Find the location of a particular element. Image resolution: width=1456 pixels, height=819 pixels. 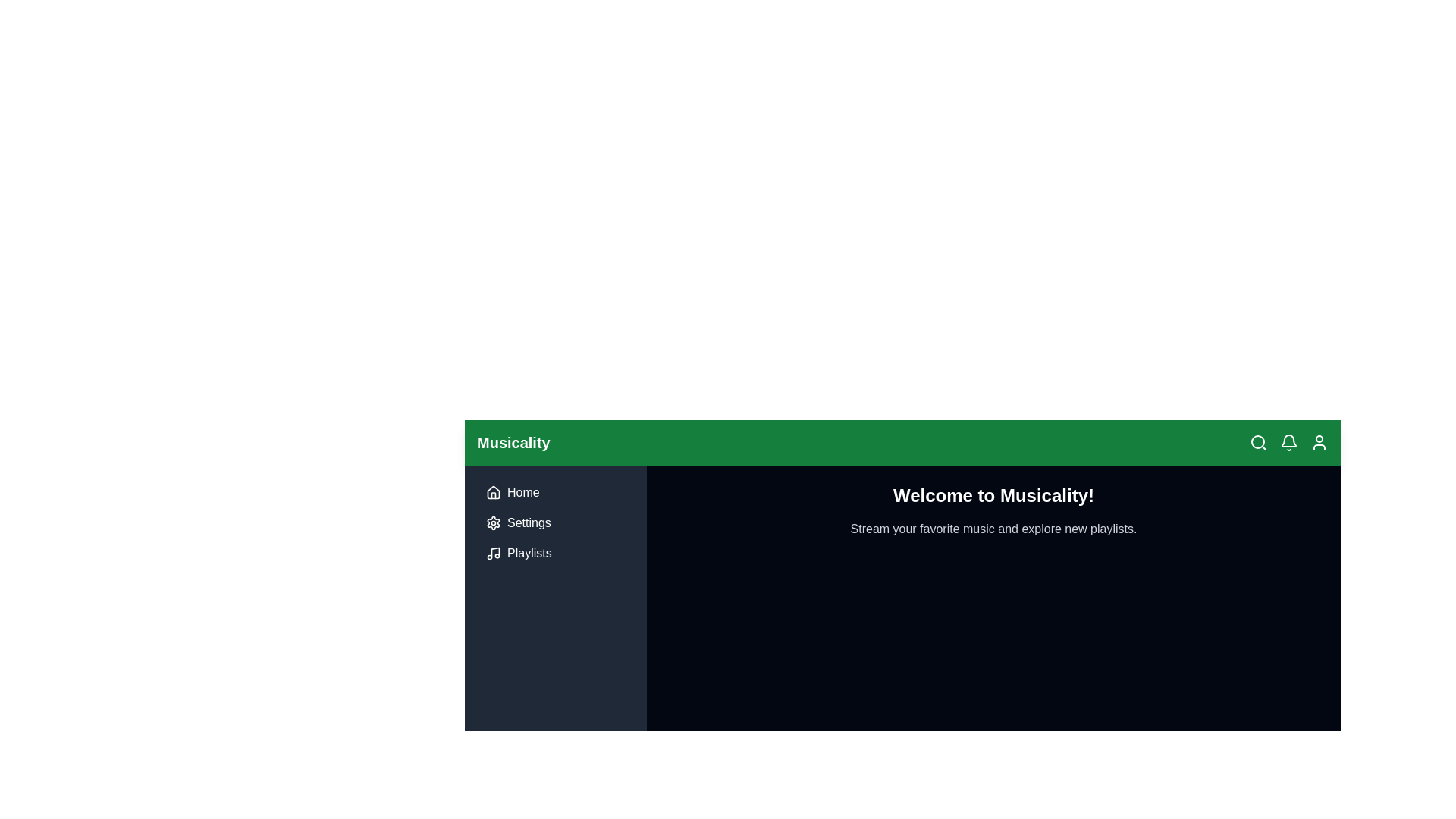

the musical note SVG element located at the bottom of the side navigation menu, adjacent to the 'Playlists' text label is located at coordinates (495, 552).